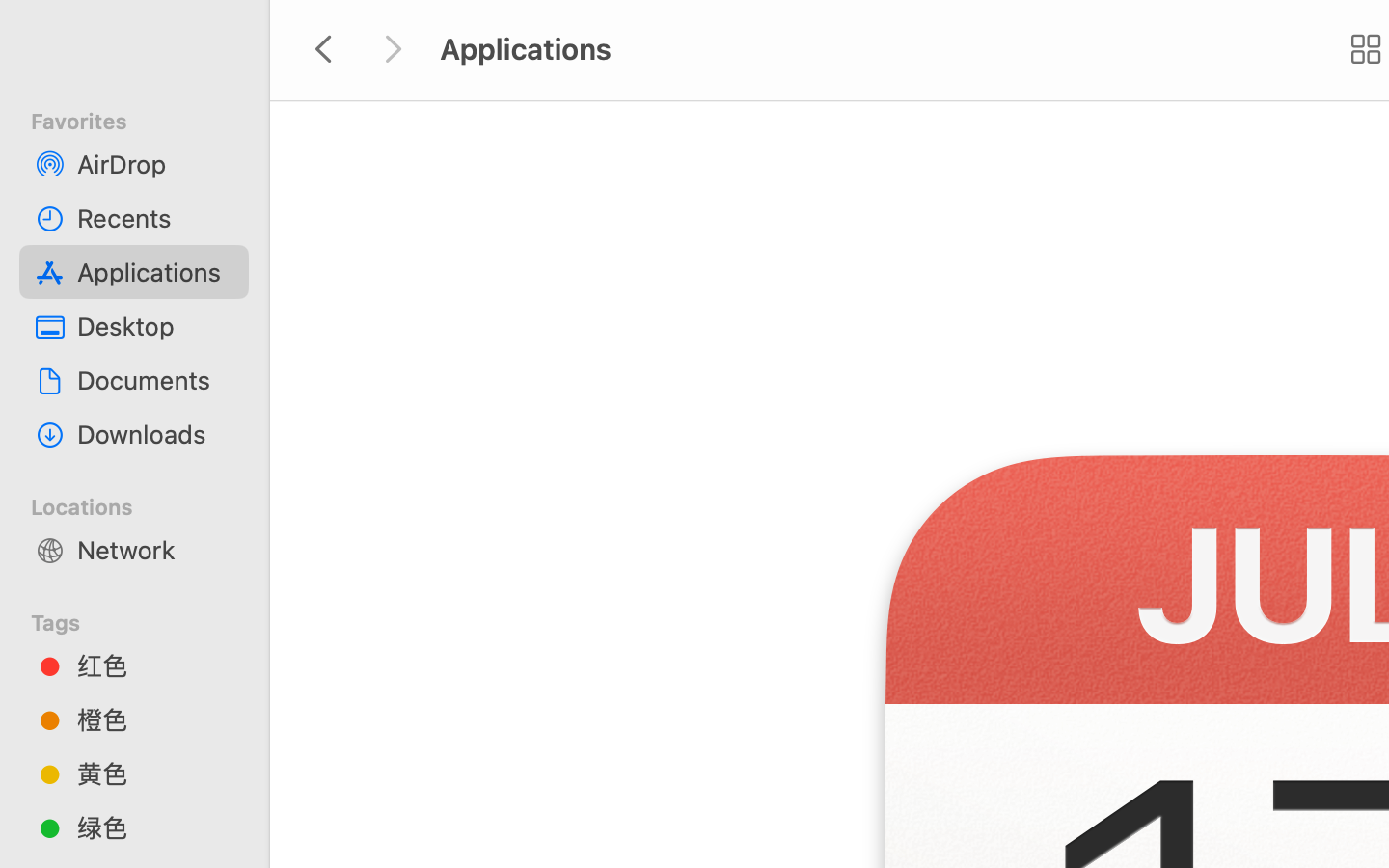  I want to click on 'Network', so click(153, 549).